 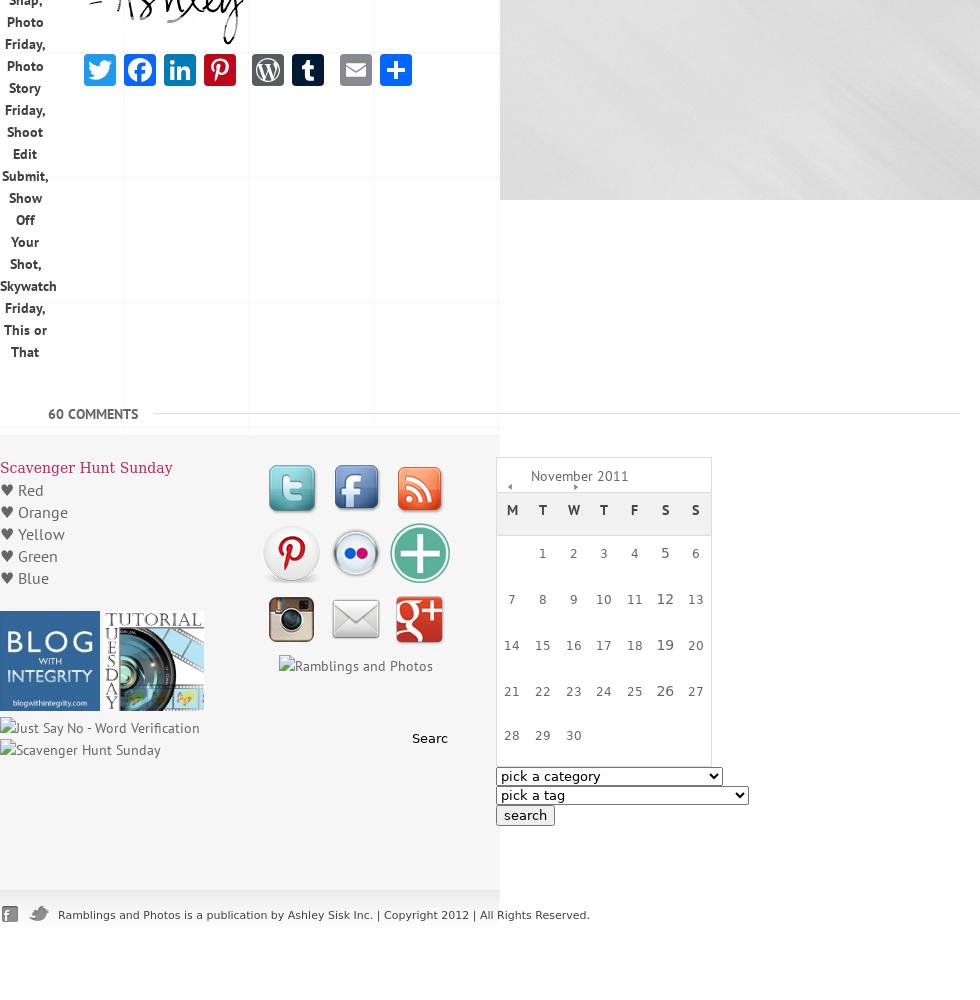 I want to click on '22', so click(x=543, y=691).